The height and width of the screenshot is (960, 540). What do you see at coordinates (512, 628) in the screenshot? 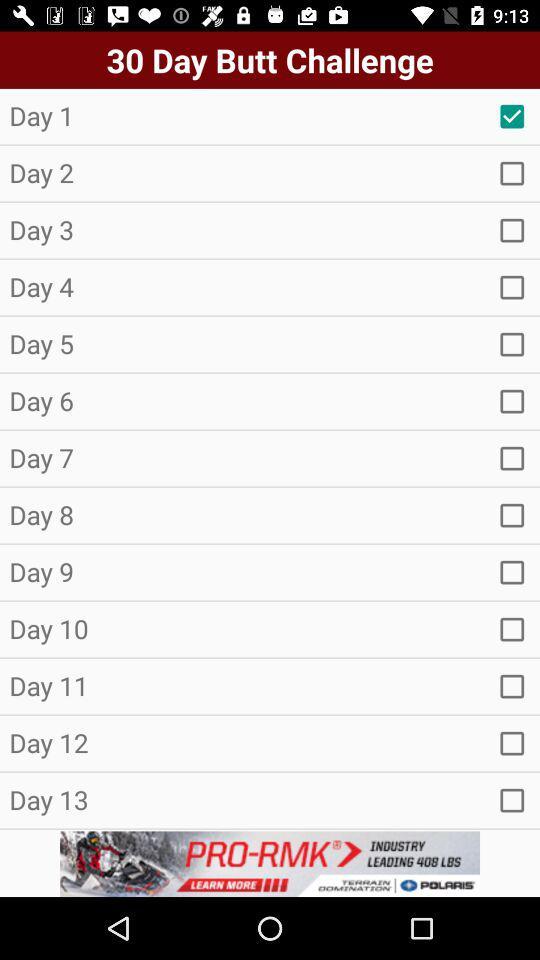
I see `selecti button` at bounding box center [512, 628].